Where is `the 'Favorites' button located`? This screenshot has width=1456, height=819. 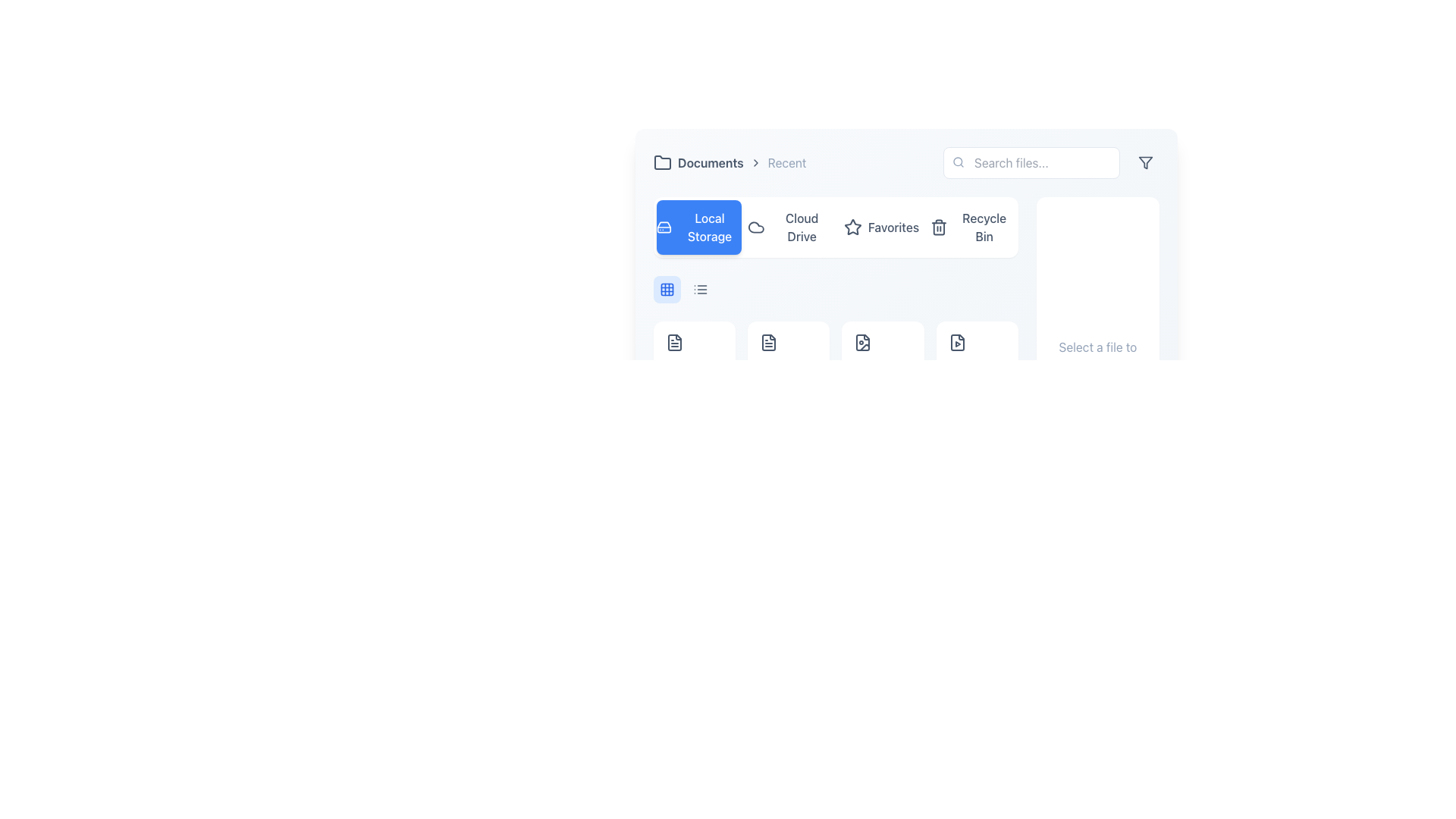 the 'Favorites' button located is located at coordinates (880, 227).